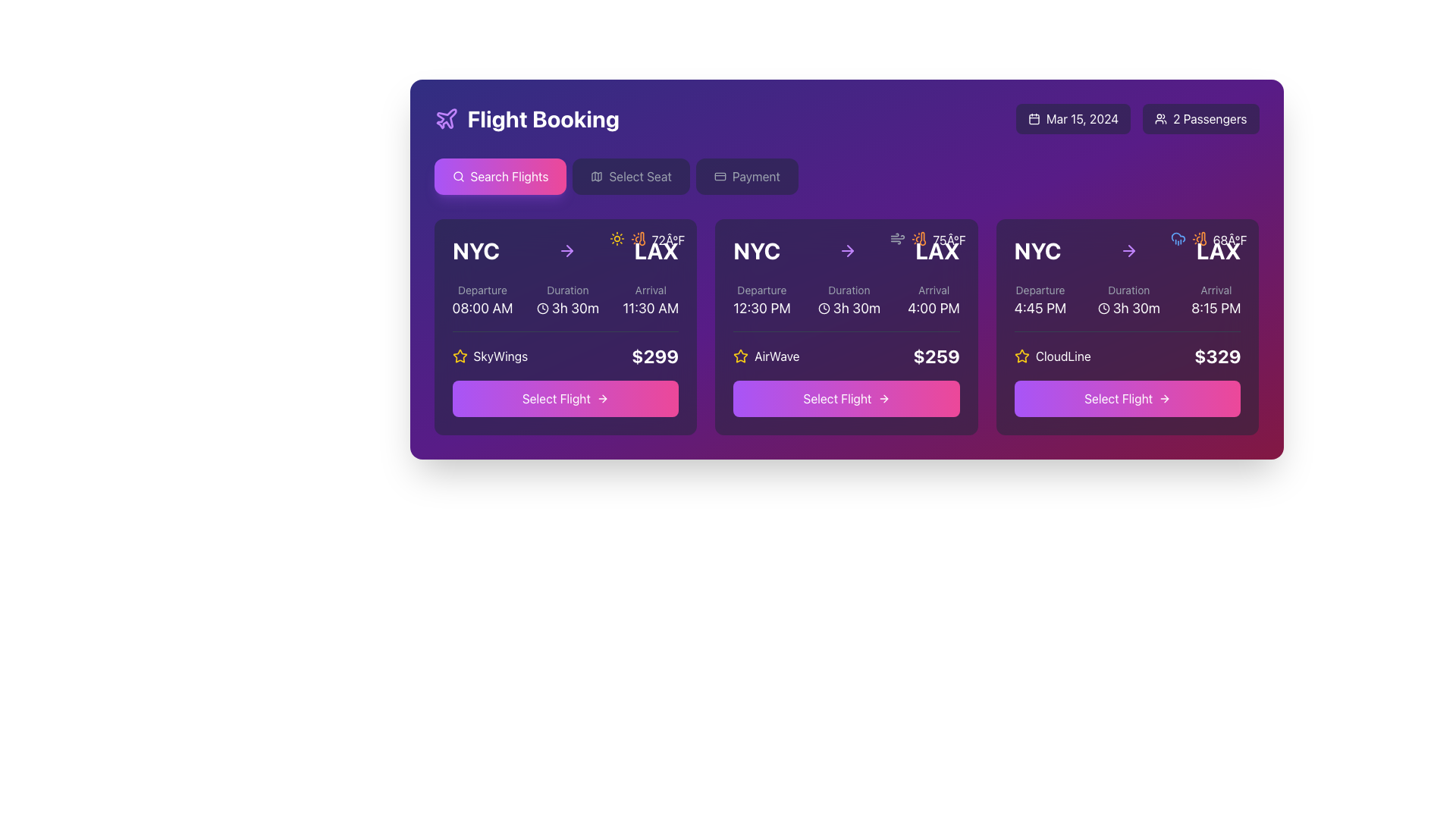 Image resolution: width=1456 pixels, height=819 pixels. I want to click on the sun icon in the weather information section of the first flight card (NYC to LAX) located above the temperature text '72°F', so click(617, 239).